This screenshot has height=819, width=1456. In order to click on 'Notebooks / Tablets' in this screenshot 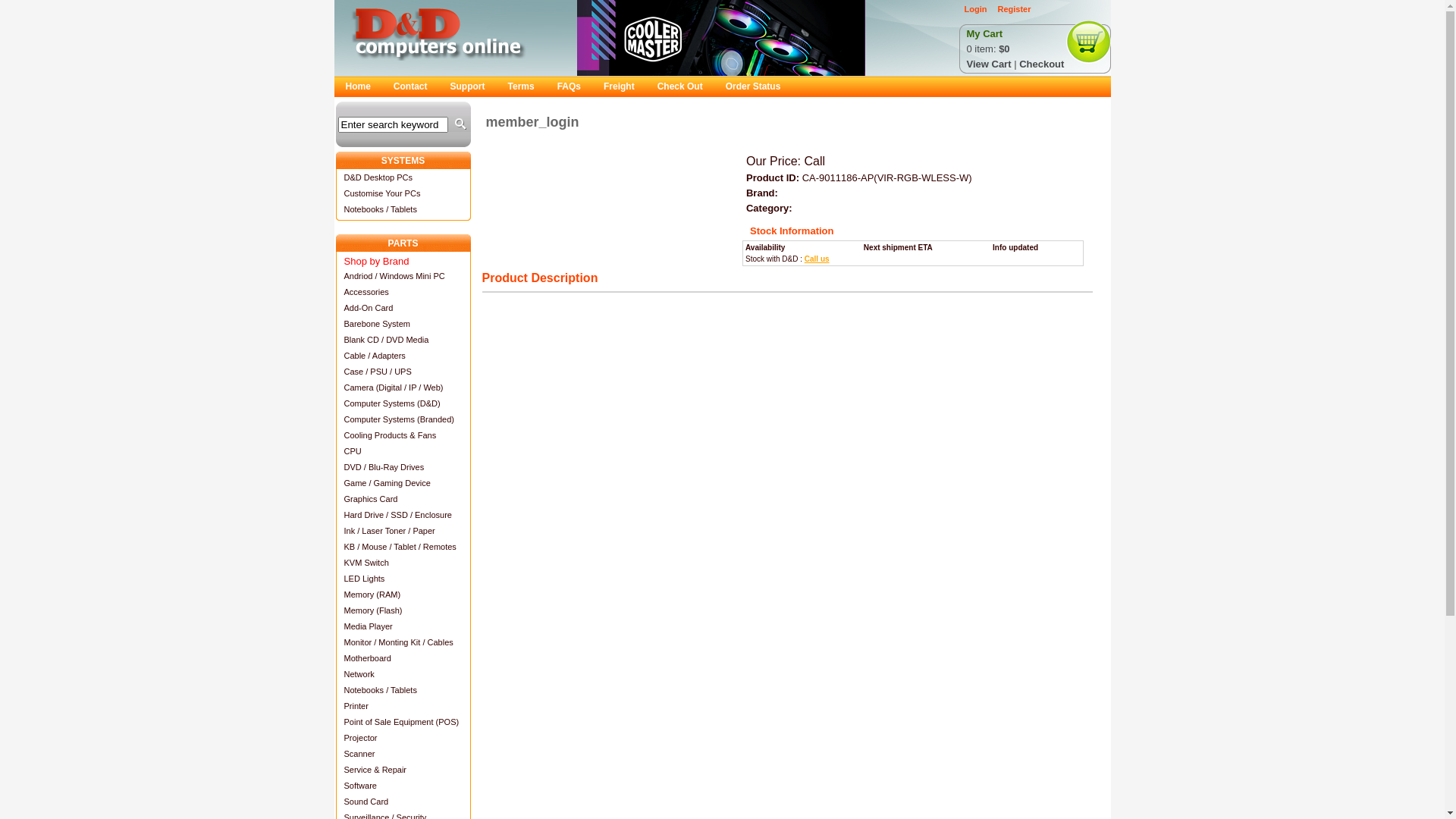, I will do `click(403, 689)`.